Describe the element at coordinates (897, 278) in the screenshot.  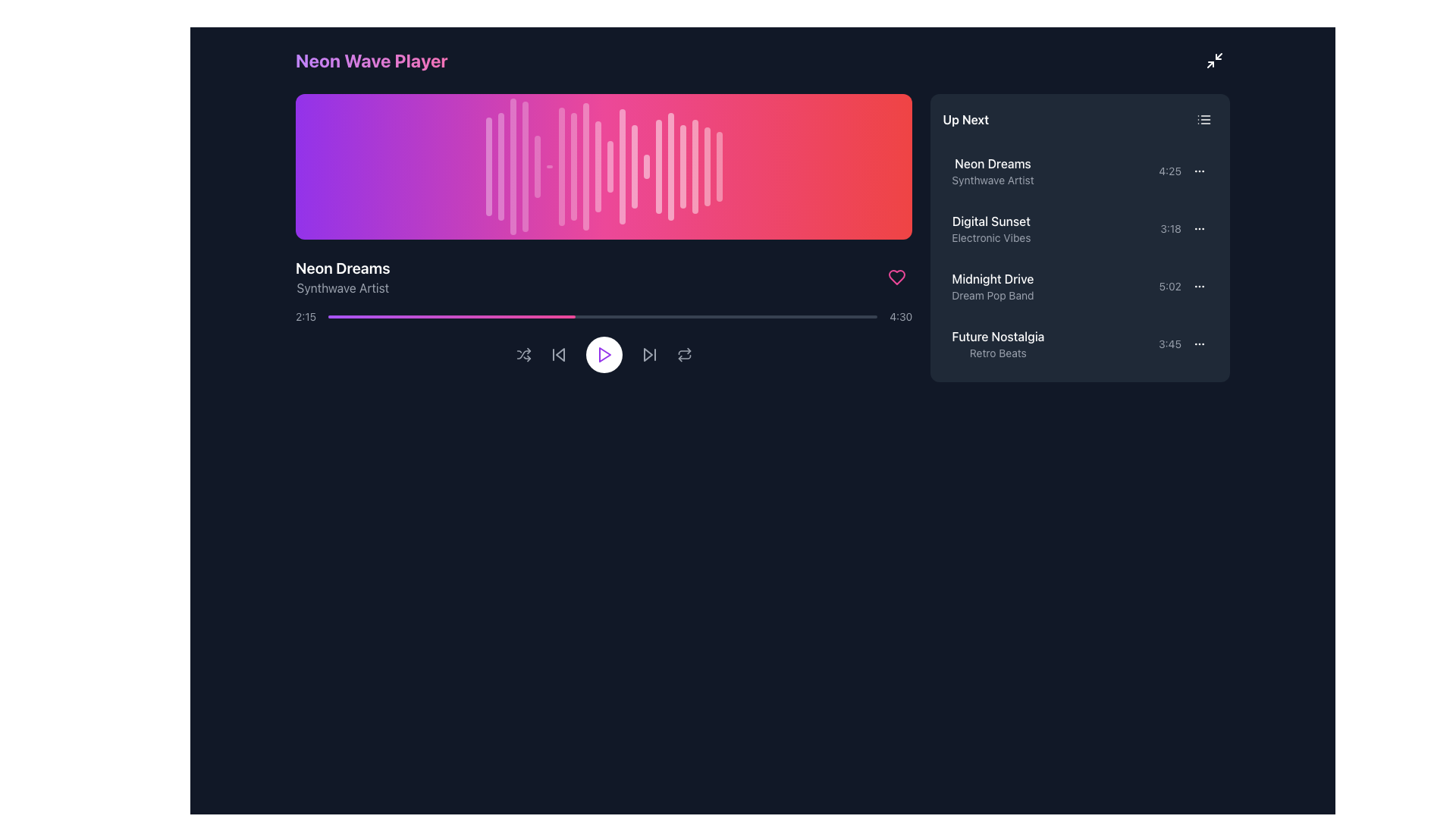
I see `the heart icon located to the immediate right of the progress bar to like or mark the track as favorite` at that location.